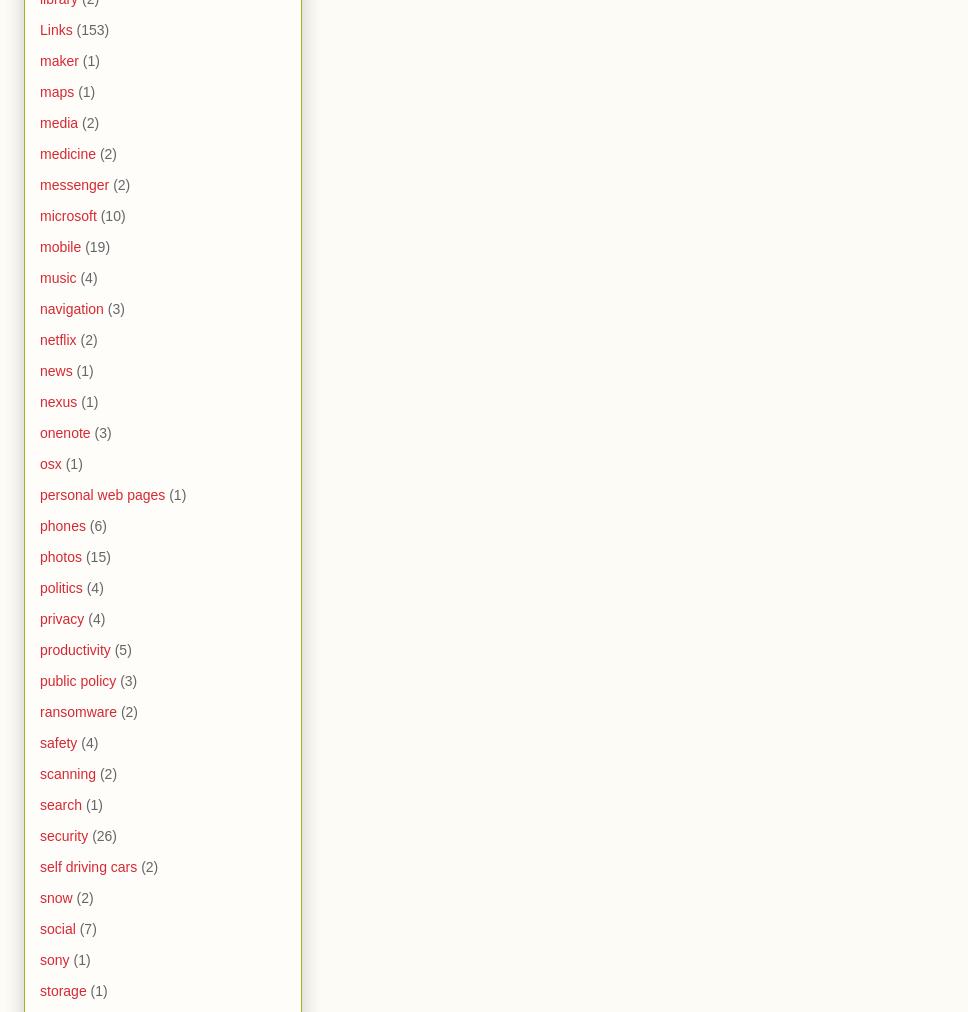 Image resolution: width=968 pixels, height=1012 pixels. Describe the element at coordinates (59, 247) in the screenshot. I see `'mobile'` at that location.